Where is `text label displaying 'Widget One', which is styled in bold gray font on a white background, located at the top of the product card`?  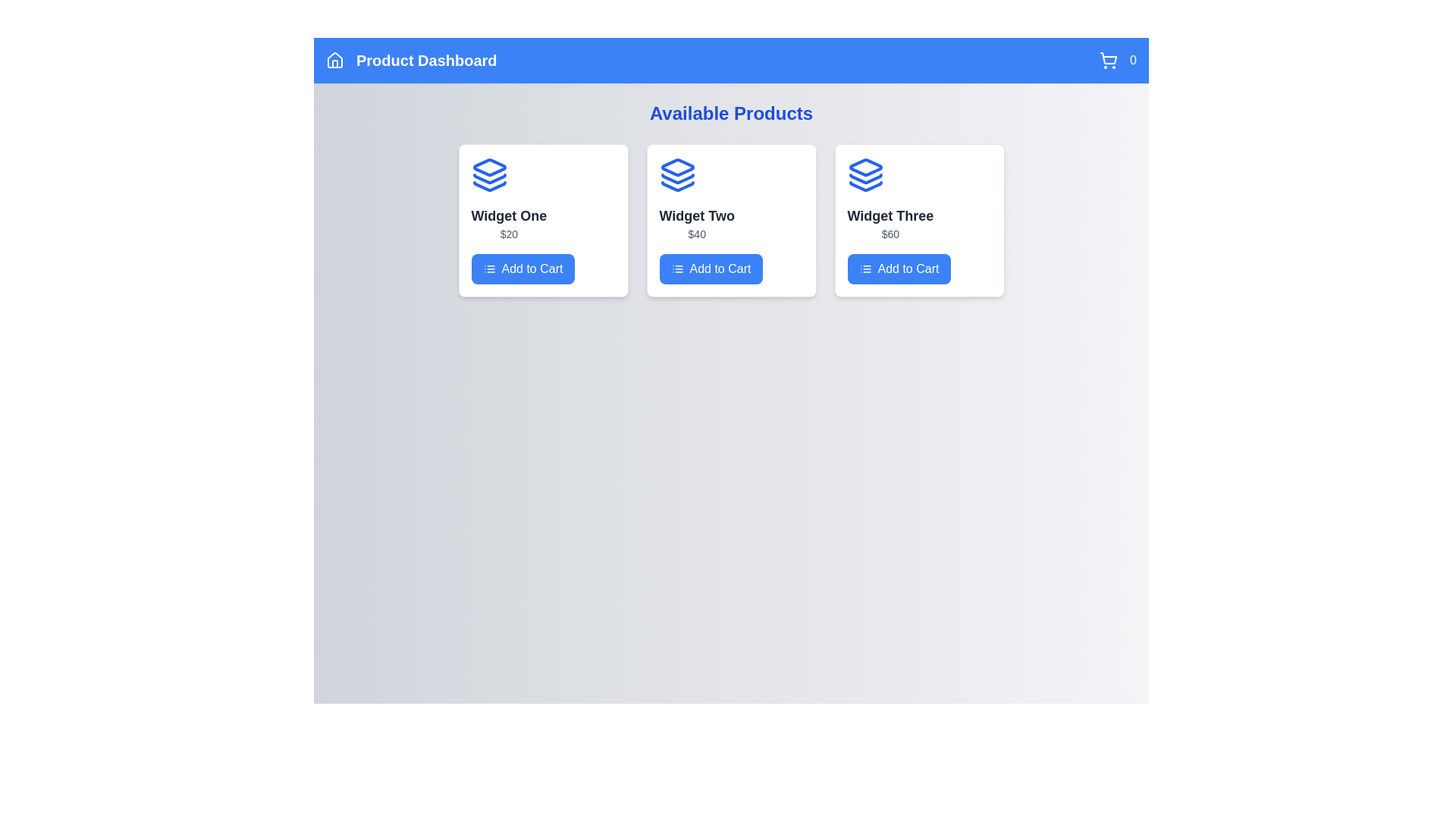 text label displaying 'Widget One', which is styled in bold gray font on a white background, located at the top of the product card is located at coordinates (509, 216).